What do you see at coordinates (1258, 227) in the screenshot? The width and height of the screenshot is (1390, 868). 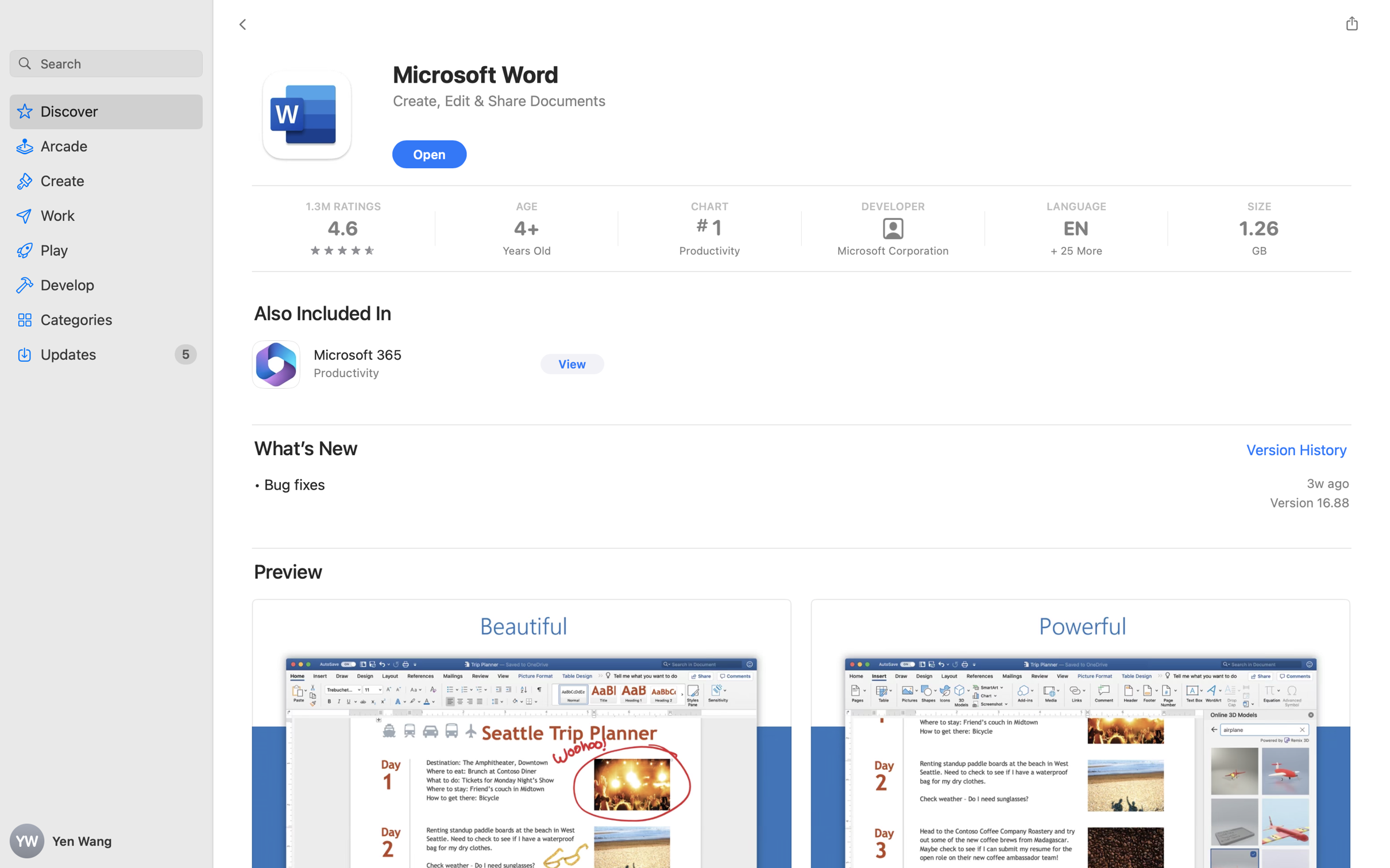 I see `'1.26'` at bounding box center [1258, 227].